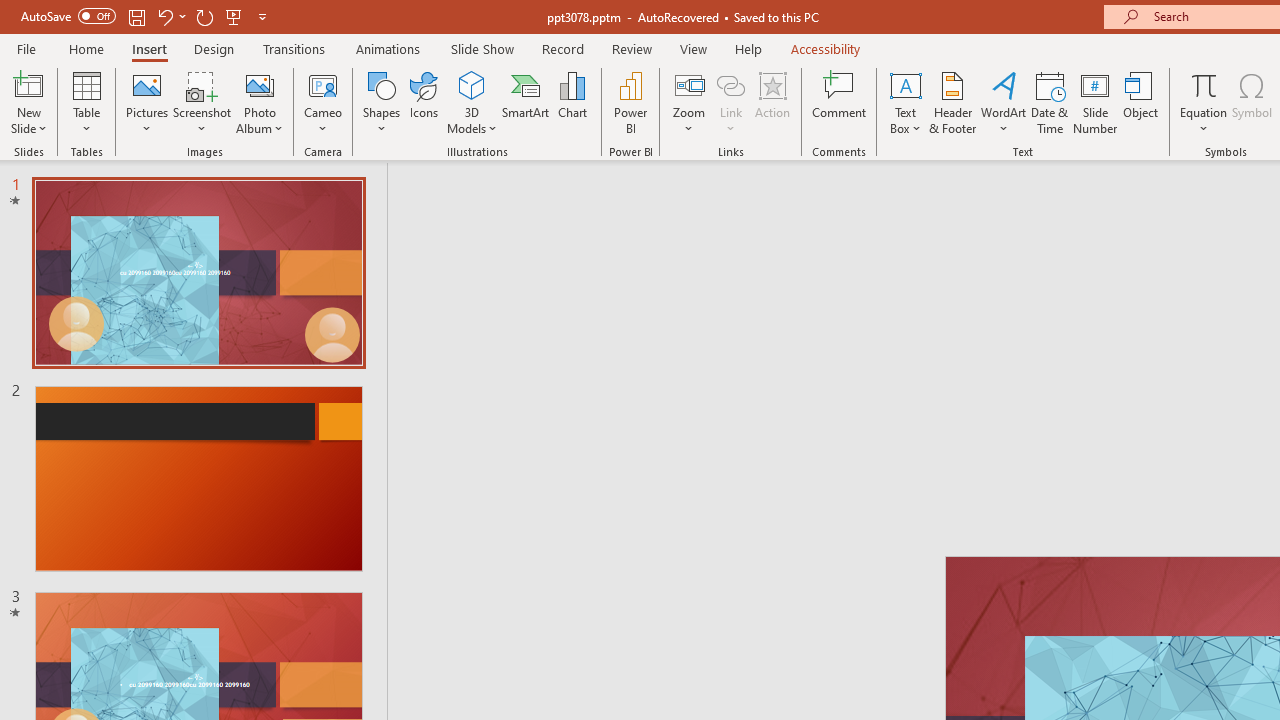  Describe the element at coordinates (839, 103) in the screenshot. I see `'Comment'` at that location.